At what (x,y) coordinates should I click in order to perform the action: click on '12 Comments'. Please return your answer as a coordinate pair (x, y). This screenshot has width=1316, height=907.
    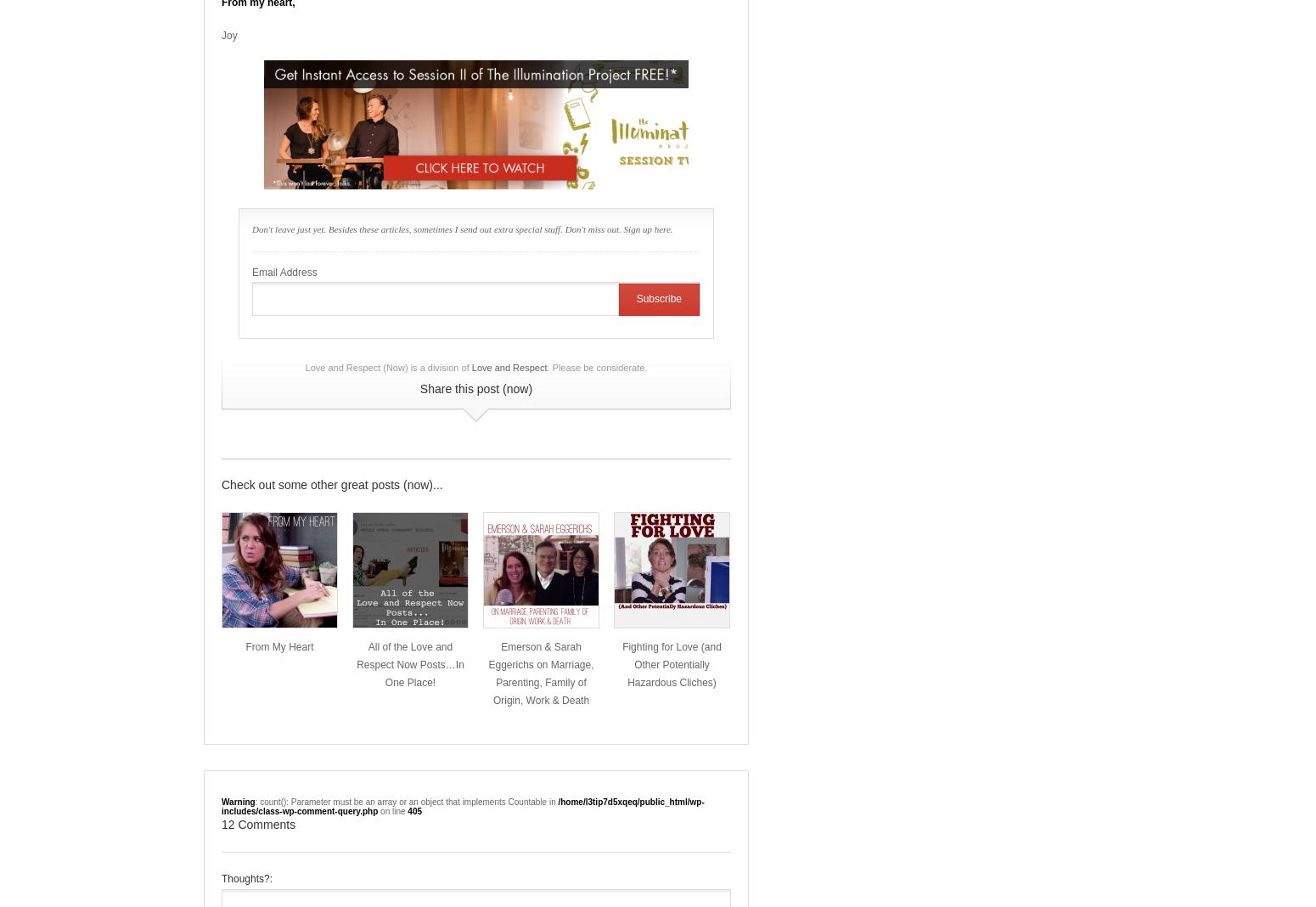
    Looking at the image, I should click on (258, 825).